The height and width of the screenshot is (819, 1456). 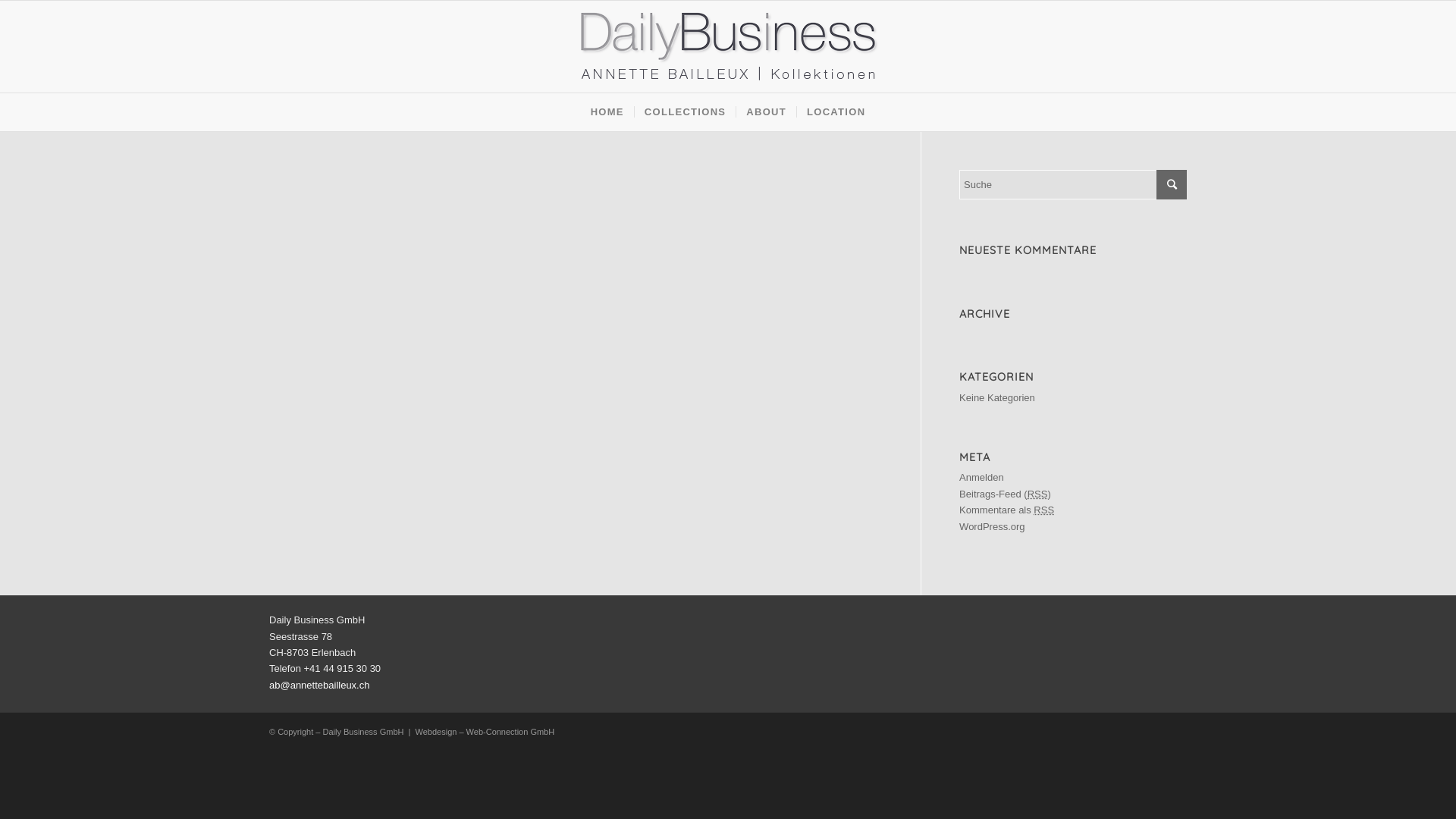 What do you see at coordinates (1005, 494) in the screenshot?
I see `'Beitrags-Feed (RSS)'` at bounding box center [1005, 494].